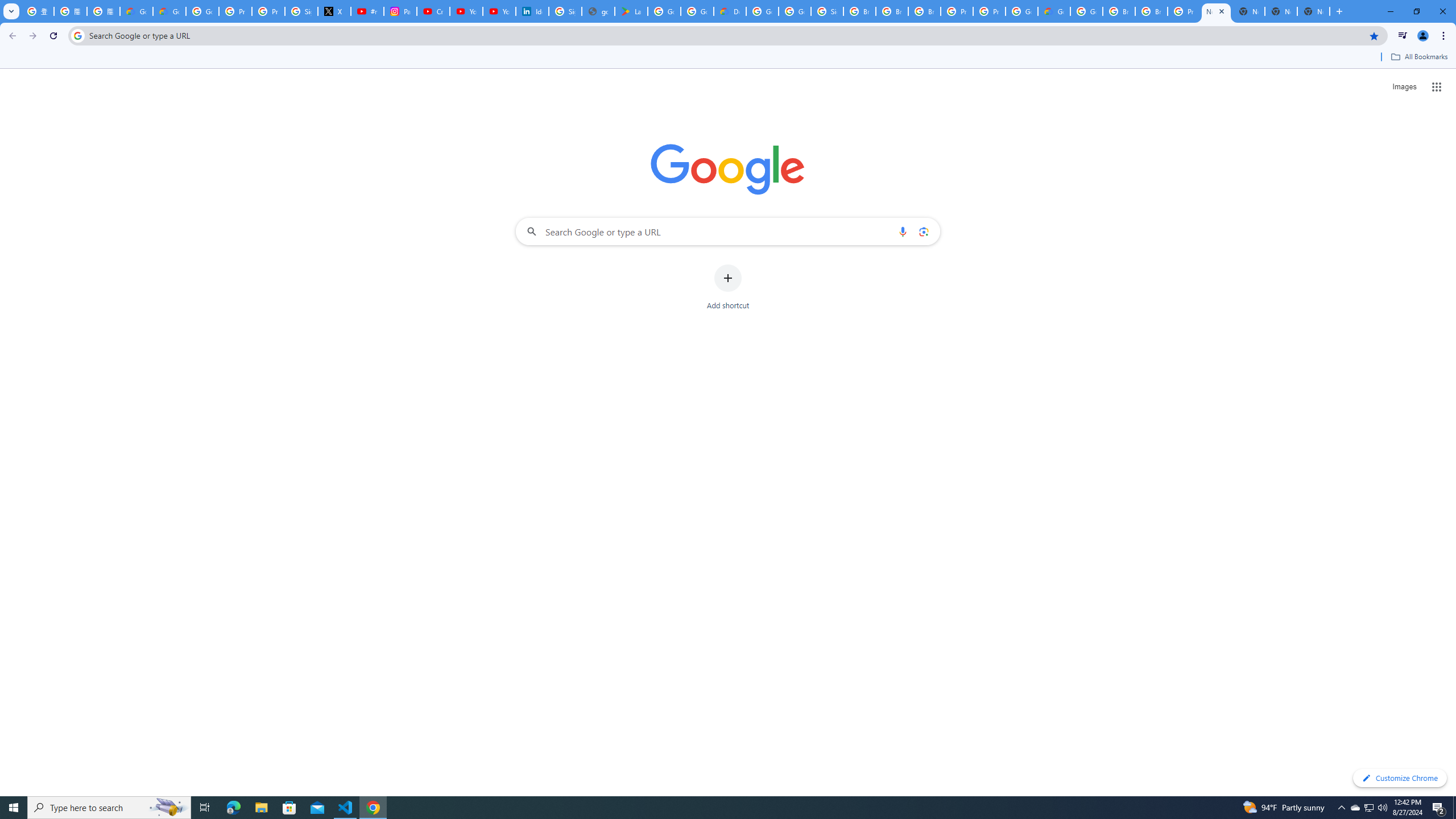 Image resolution: width=1456 pixels, height=819 pixels. Describe the element at coordinates (923, 230) in the screenshot. I see `'Search by image'` at that location.